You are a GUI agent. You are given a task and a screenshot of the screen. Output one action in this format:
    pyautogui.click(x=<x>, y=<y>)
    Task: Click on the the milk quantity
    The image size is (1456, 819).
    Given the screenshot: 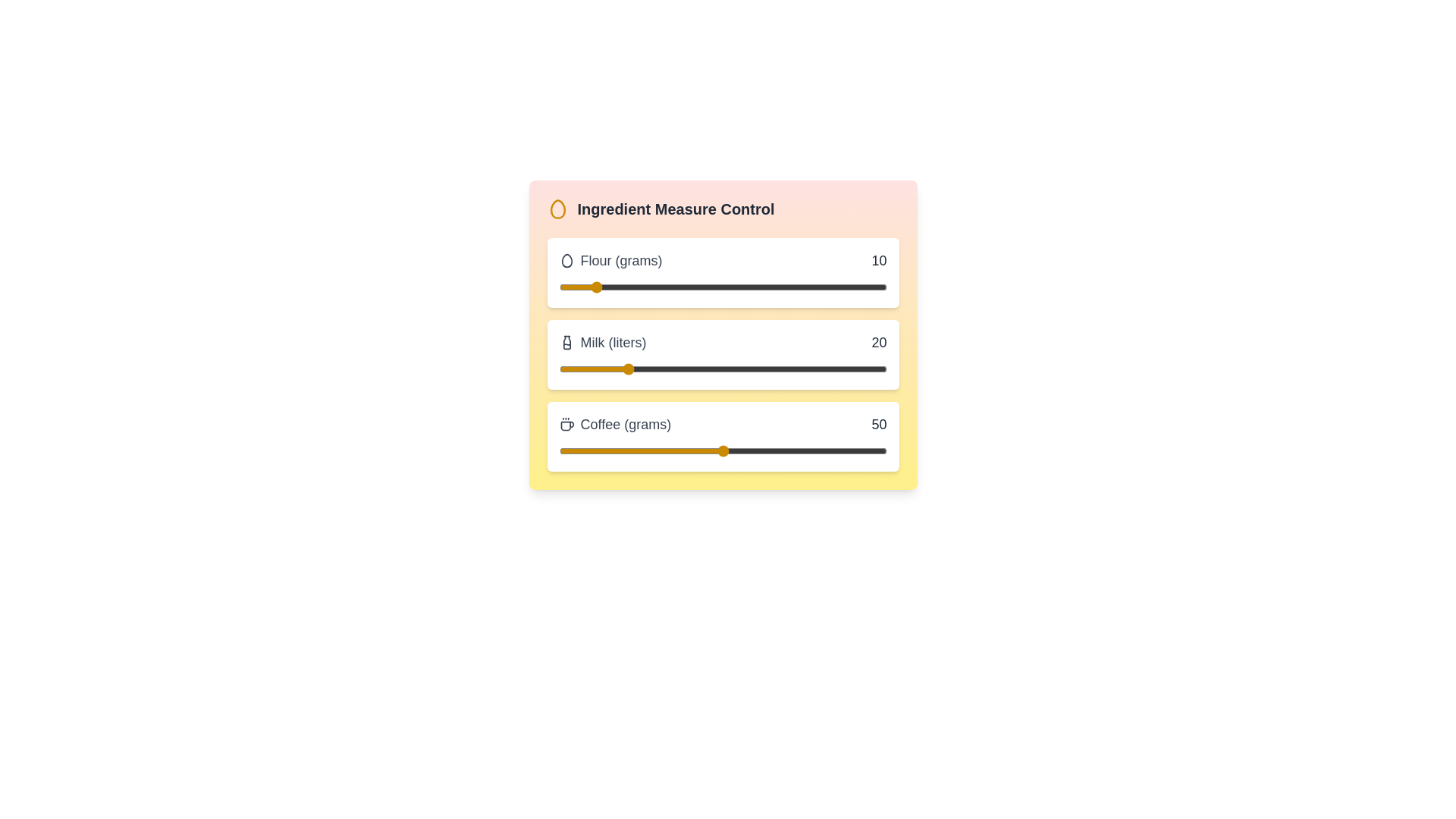 What is the action you would take?
    pyautogui.click(x=765, y=369)
    